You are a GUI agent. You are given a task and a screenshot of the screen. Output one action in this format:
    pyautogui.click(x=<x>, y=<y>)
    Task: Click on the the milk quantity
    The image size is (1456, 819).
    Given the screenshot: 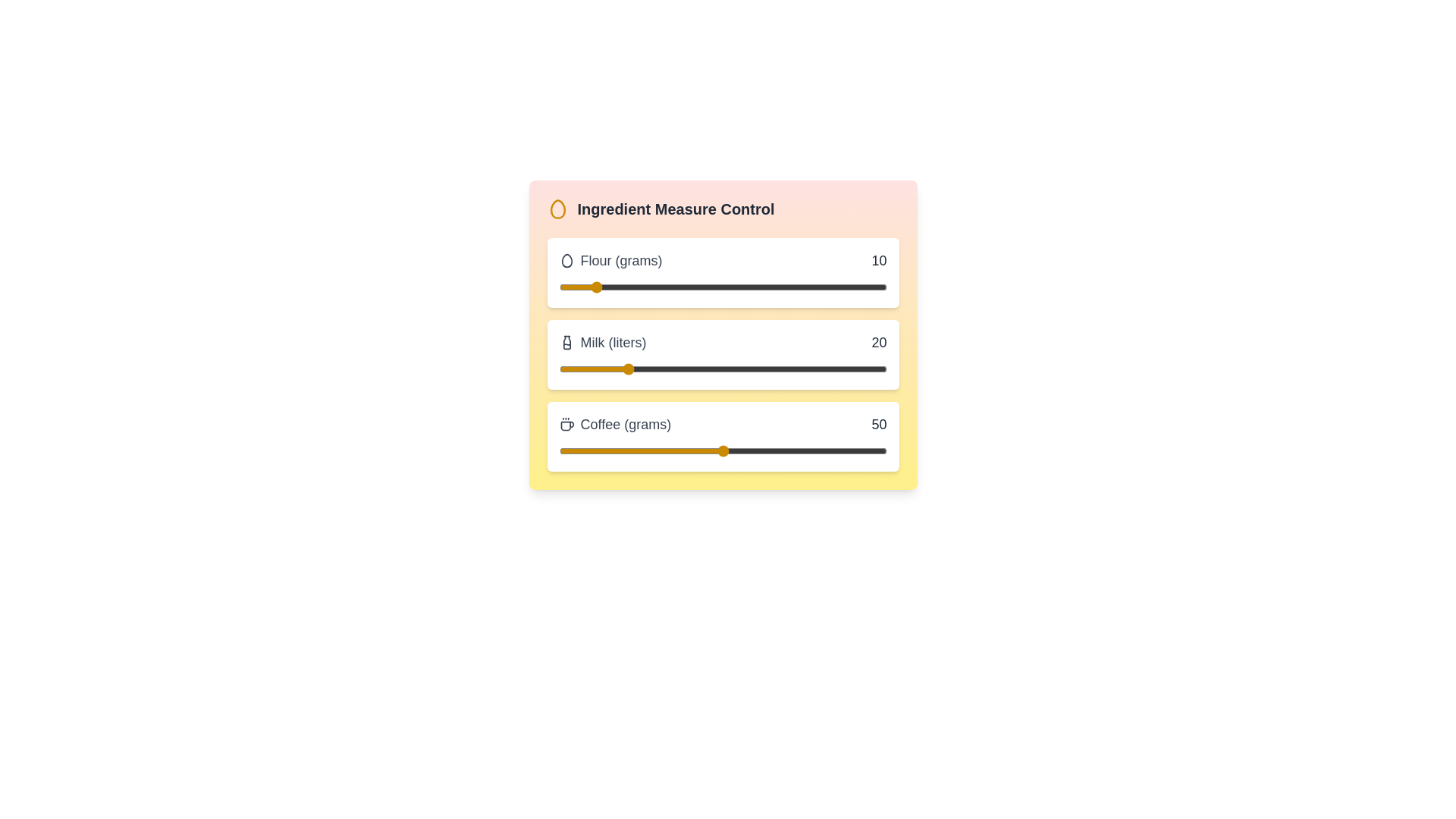 What is the action you would take?
    pyautogui.click(x=765, y=369)
    